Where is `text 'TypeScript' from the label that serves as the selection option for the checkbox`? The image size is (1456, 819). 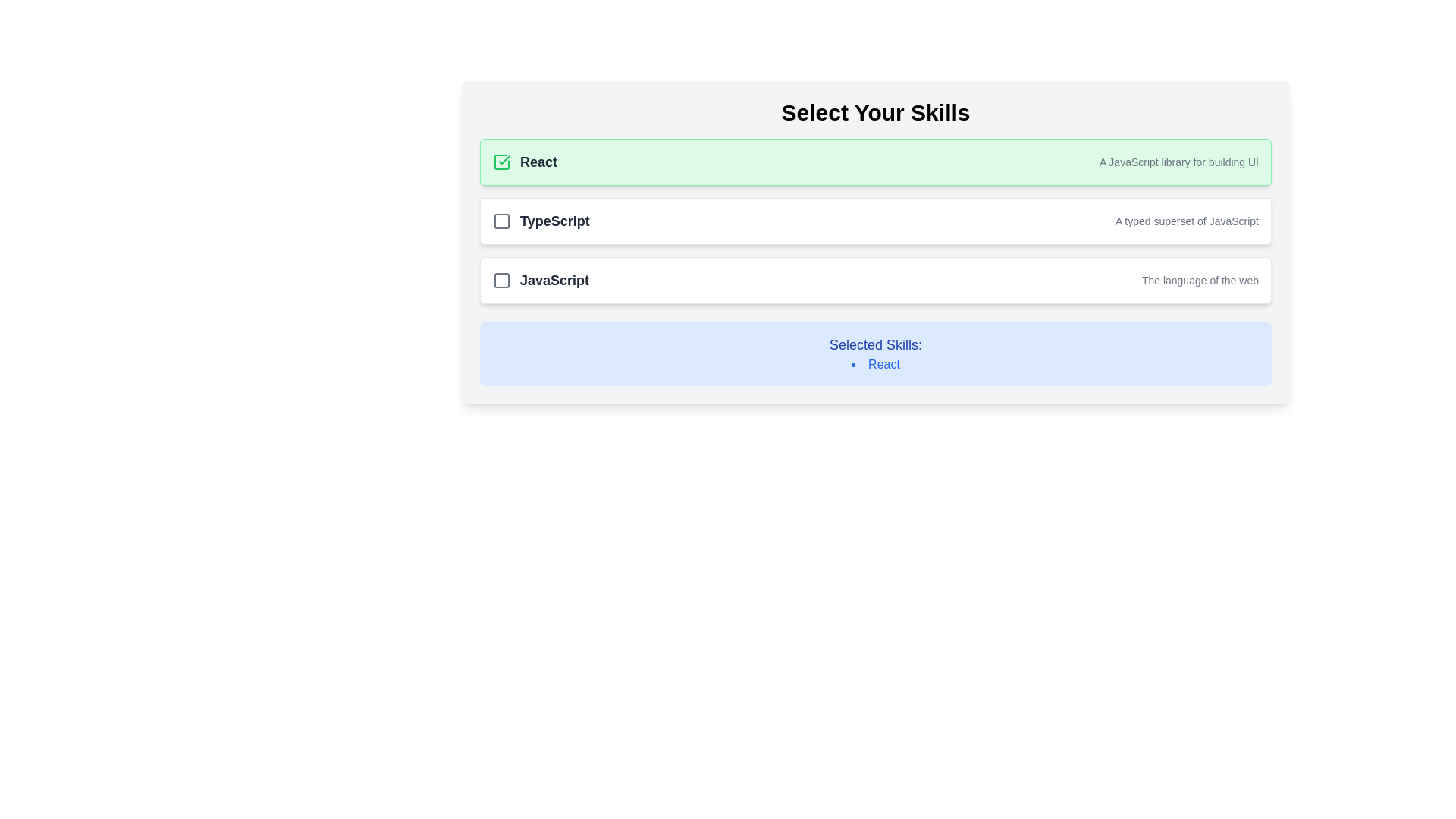 text 'TypeScript' from the label that serves as the selection option for the checkbox is located at coordinates (541, 221).